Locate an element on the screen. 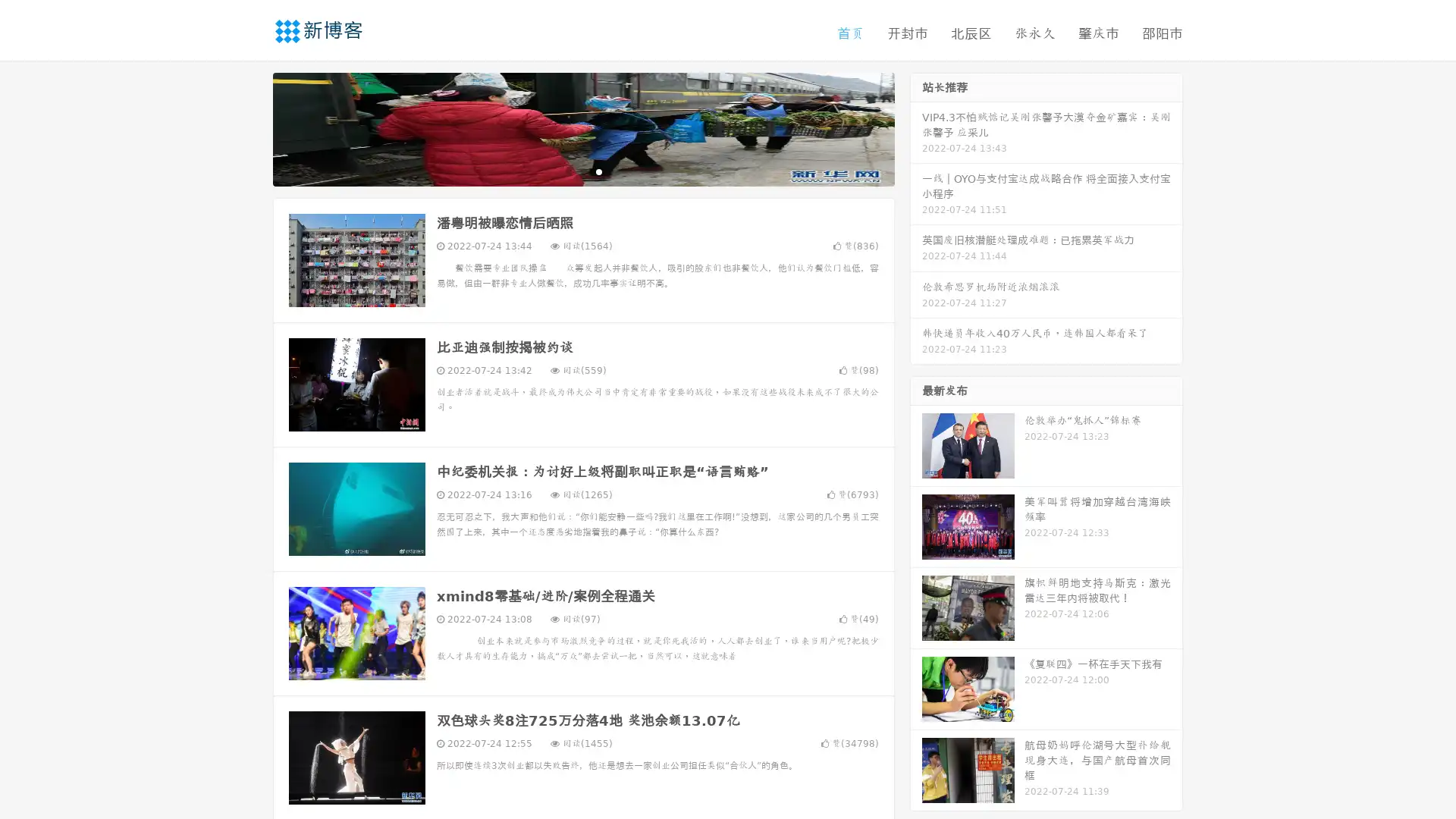 This screenshot has height=819, width=1456. Go to slide 1 is located at coordinates (567, 171).